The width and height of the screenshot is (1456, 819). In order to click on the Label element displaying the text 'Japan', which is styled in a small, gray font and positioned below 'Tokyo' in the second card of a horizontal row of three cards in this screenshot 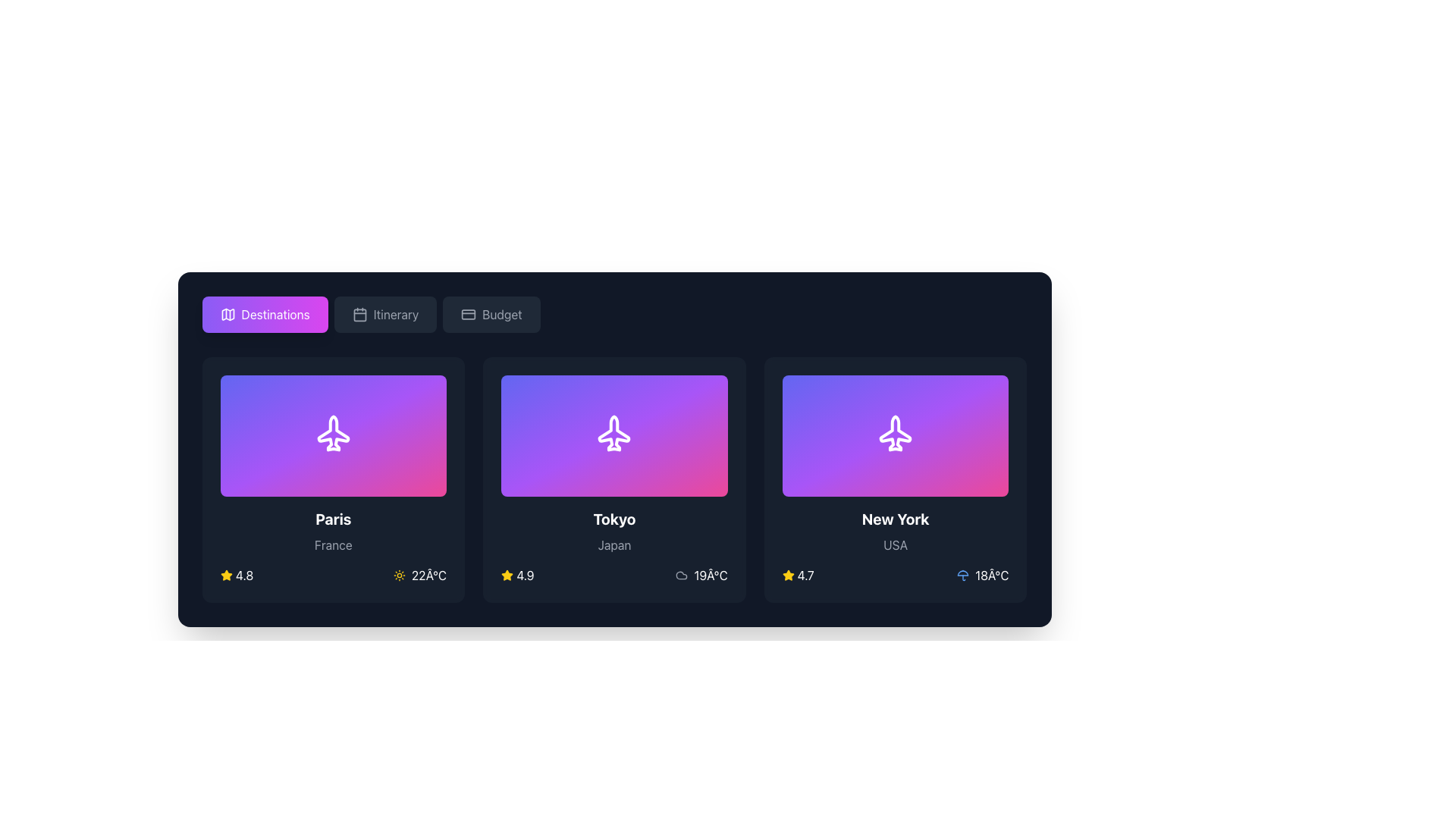, I will do `click(614, 544)`.